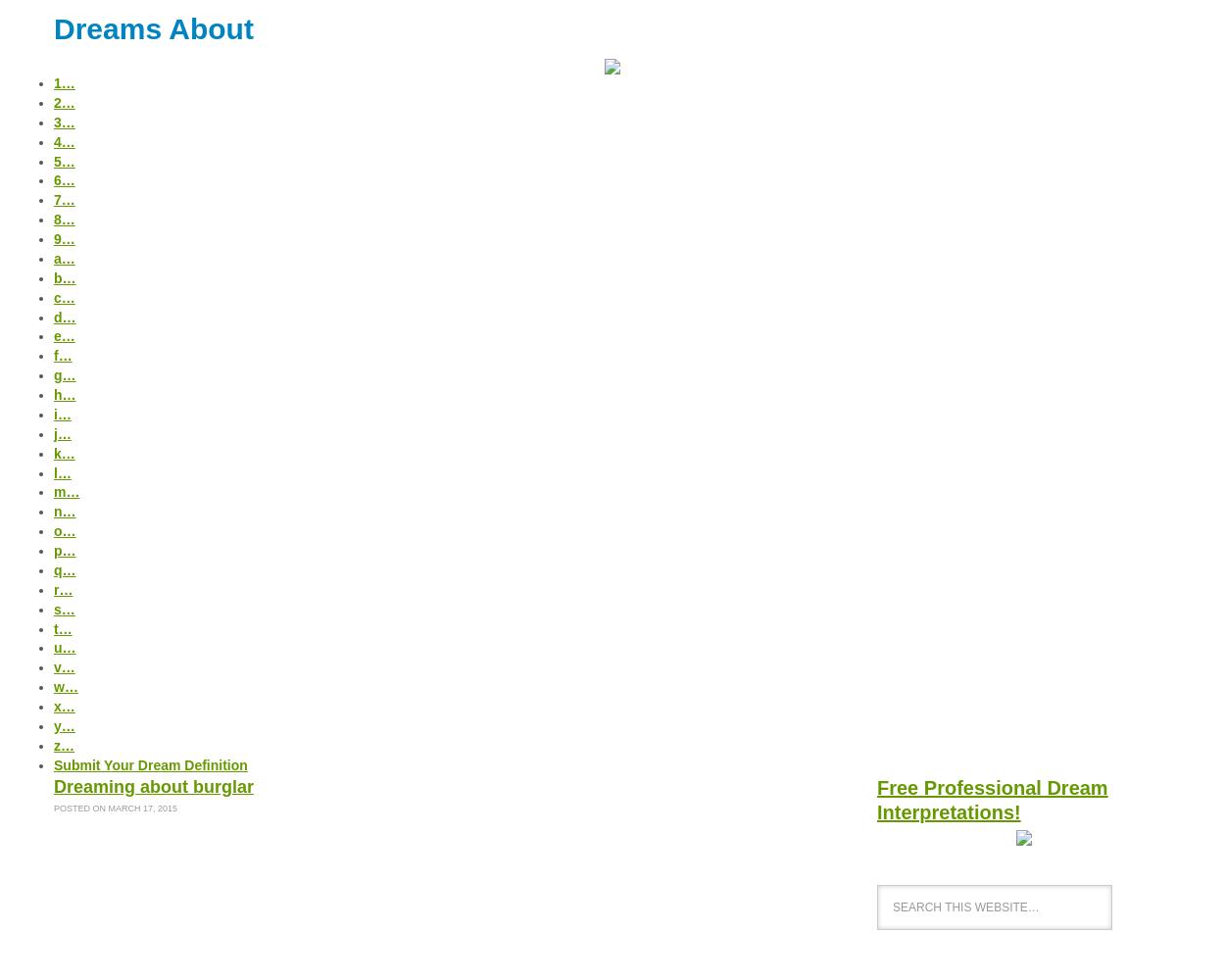  I want to click on 'c…', so click(63, 297).